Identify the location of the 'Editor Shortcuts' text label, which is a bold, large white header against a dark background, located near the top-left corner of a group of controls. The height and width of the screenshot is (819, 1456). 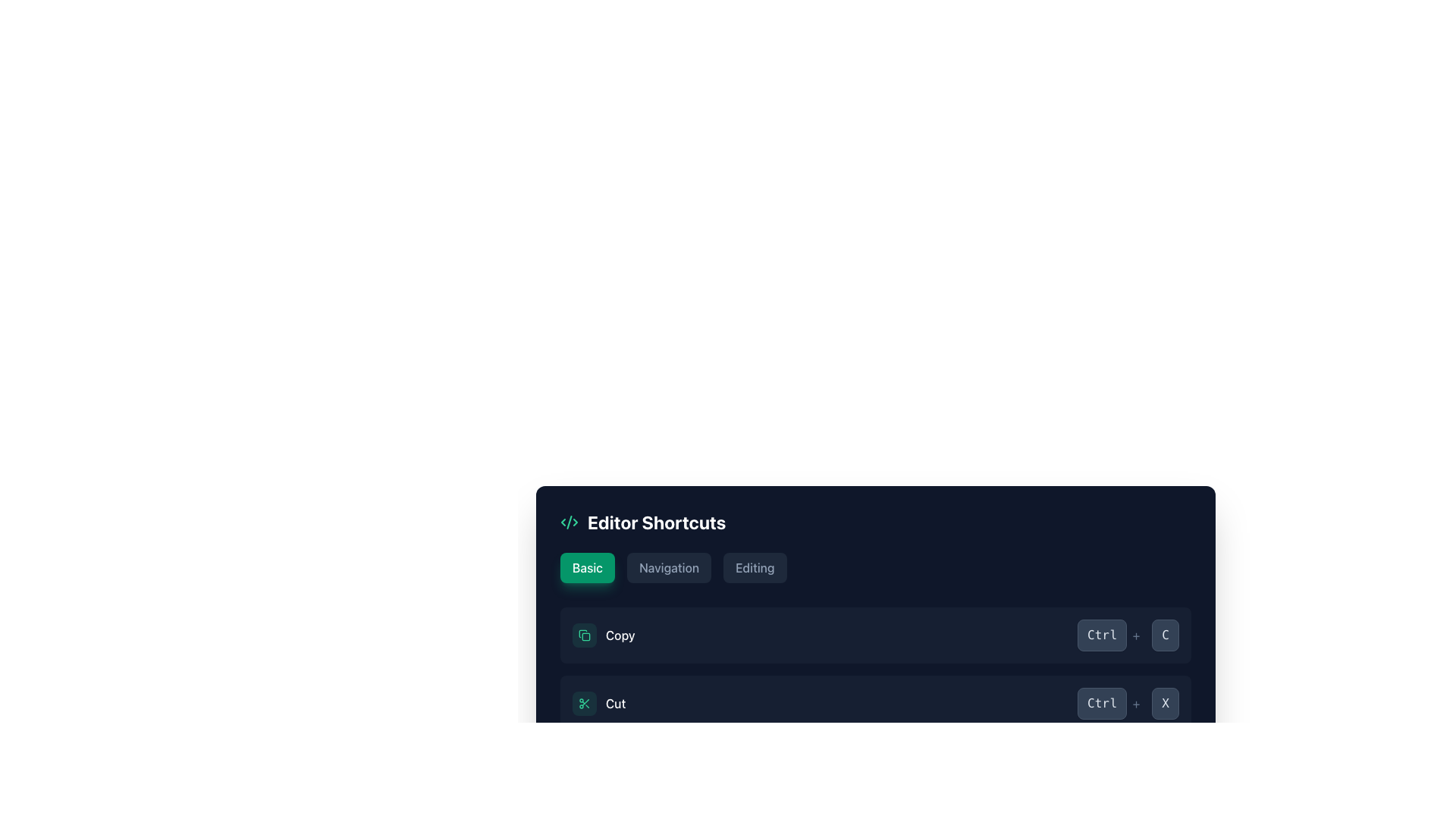
(657, 522).